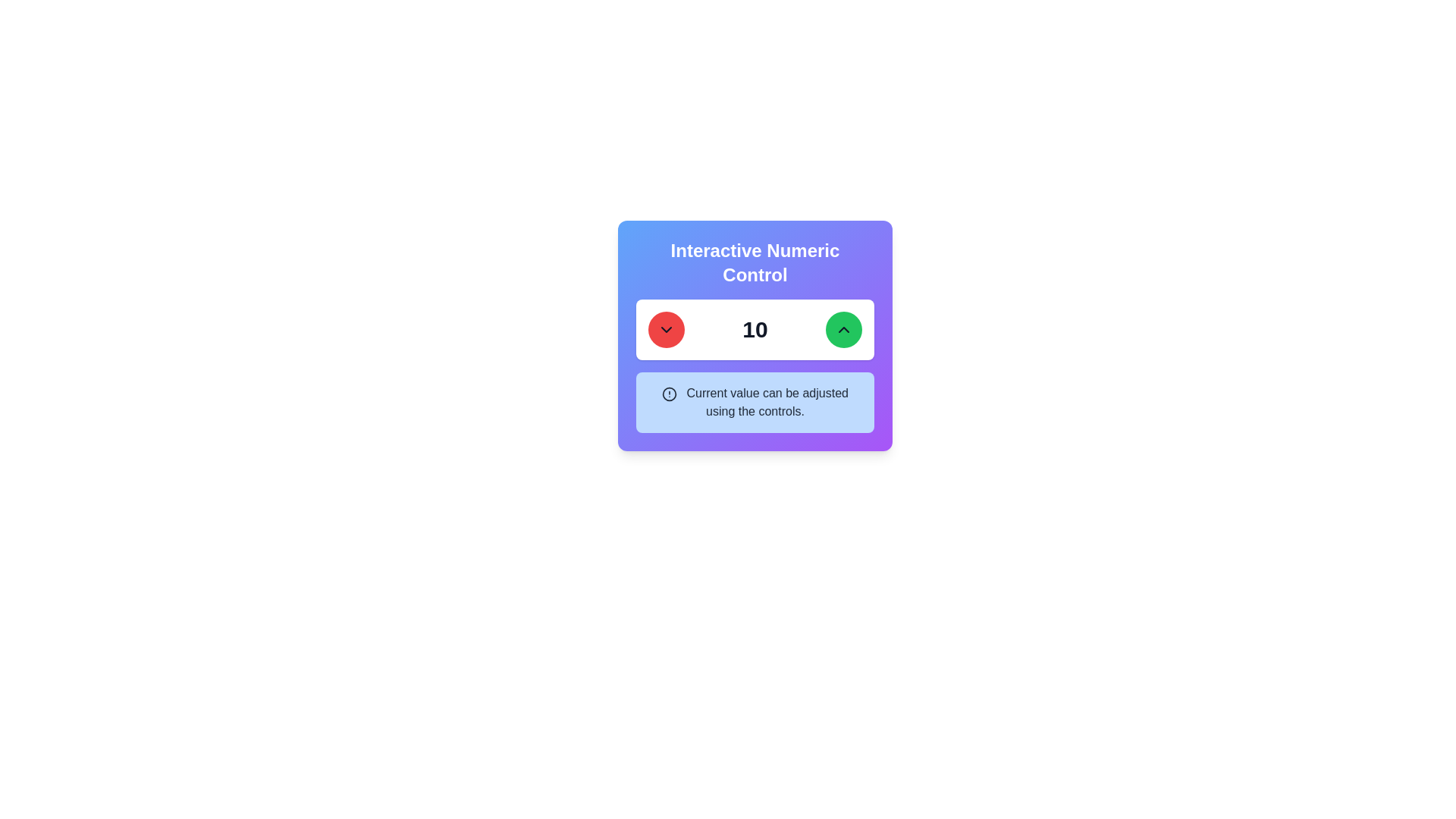 This screenshot has width=1456, height=819. I want to click on the increment button located to the right of the numeric value display ('10') in the control, which allows the user to increase the numeric value by one unit per click, so click(843, 329).